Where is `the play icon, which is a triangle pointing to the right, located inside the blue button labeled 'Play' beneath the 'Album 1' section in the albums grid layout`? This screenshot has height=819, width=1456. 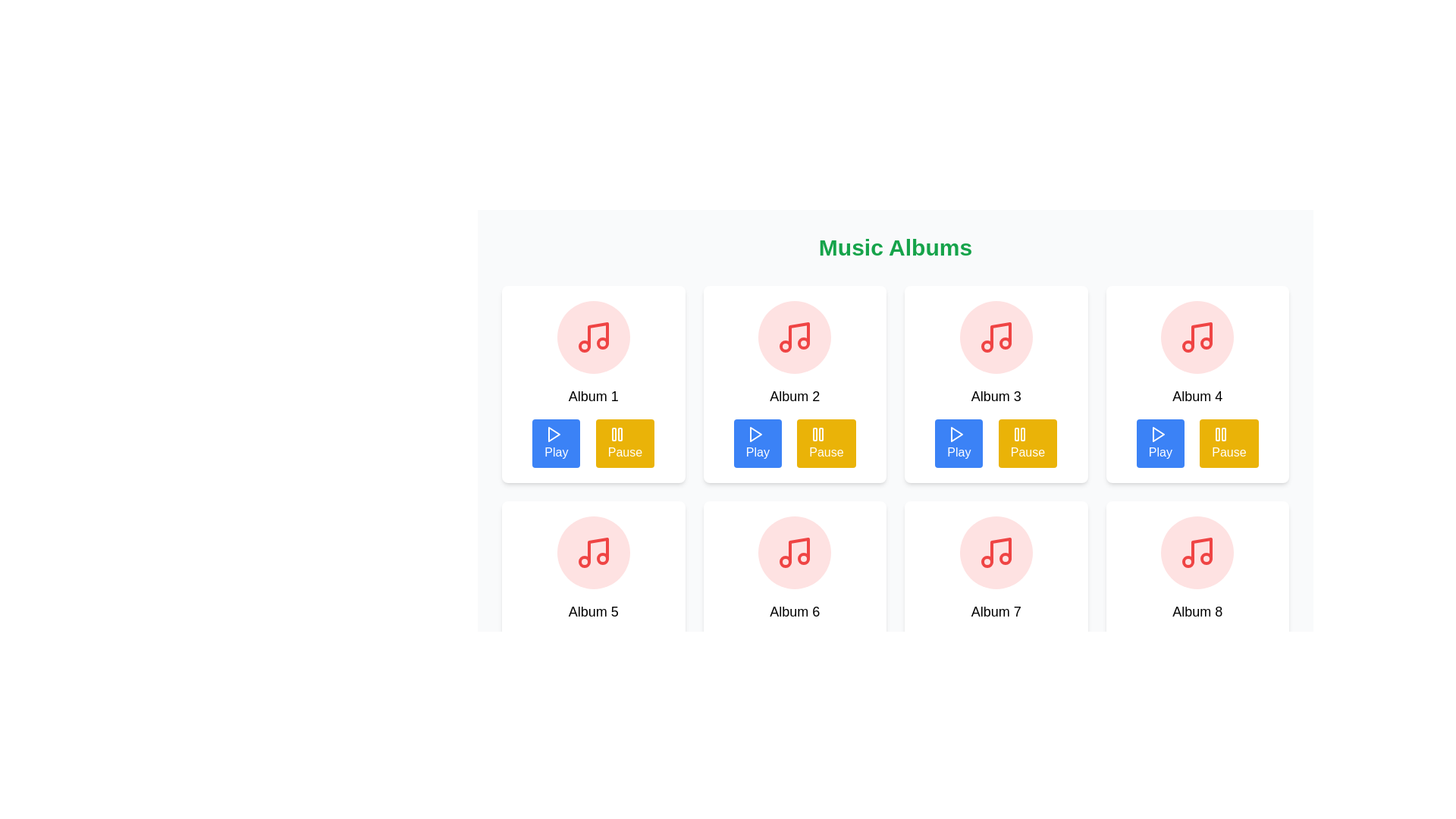 the play icon, which is a triangle pointing to the right, located inside the blue button labeled 'Play' beneath the 'Album 1' section in the albums grid layout is located at coordinates (553, 435).